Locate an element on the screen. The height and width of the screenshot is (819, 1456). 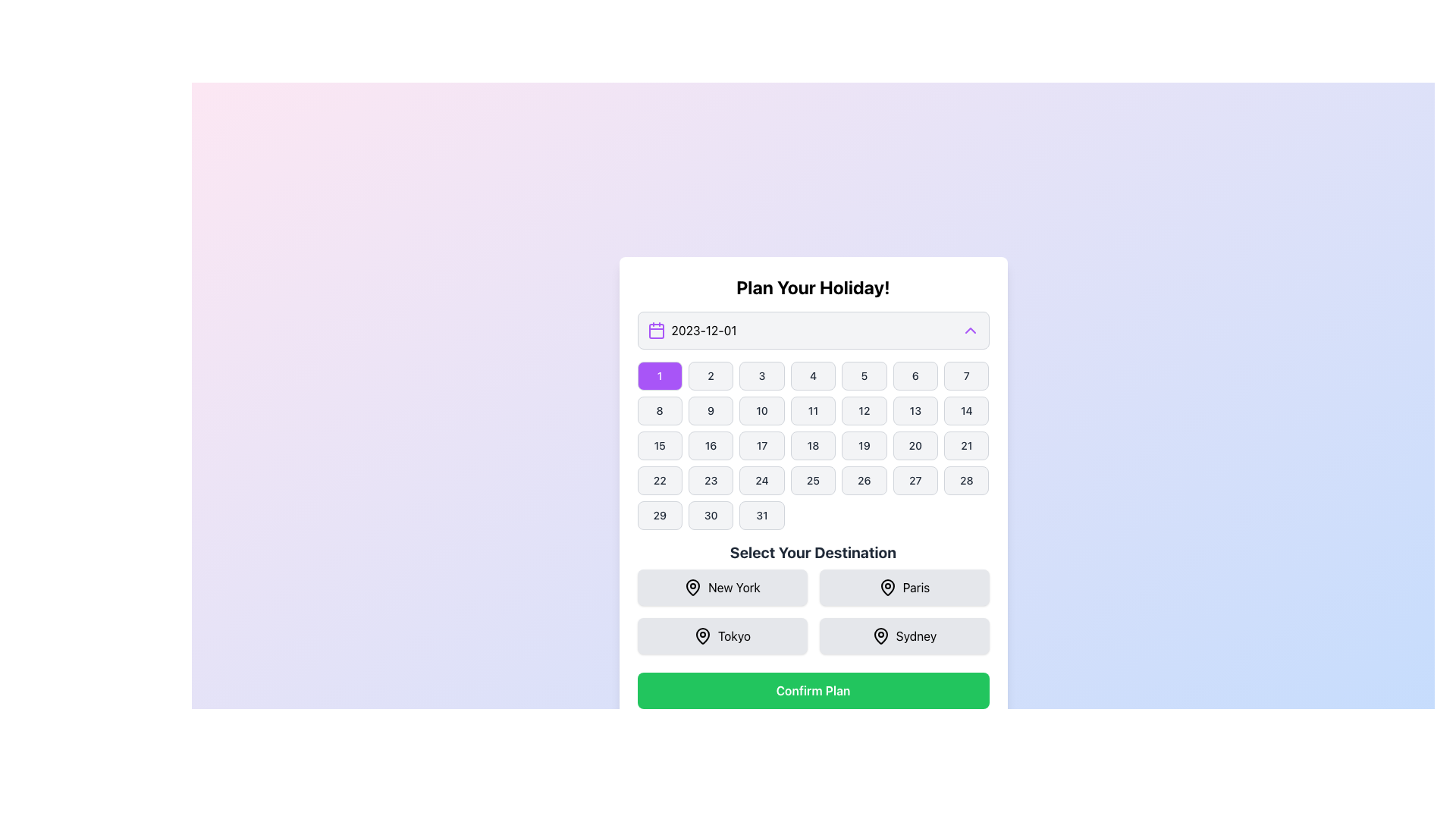
the rectangular button labeled '26' with a light gray background and dark gray border is located at coordinates (864, 480).